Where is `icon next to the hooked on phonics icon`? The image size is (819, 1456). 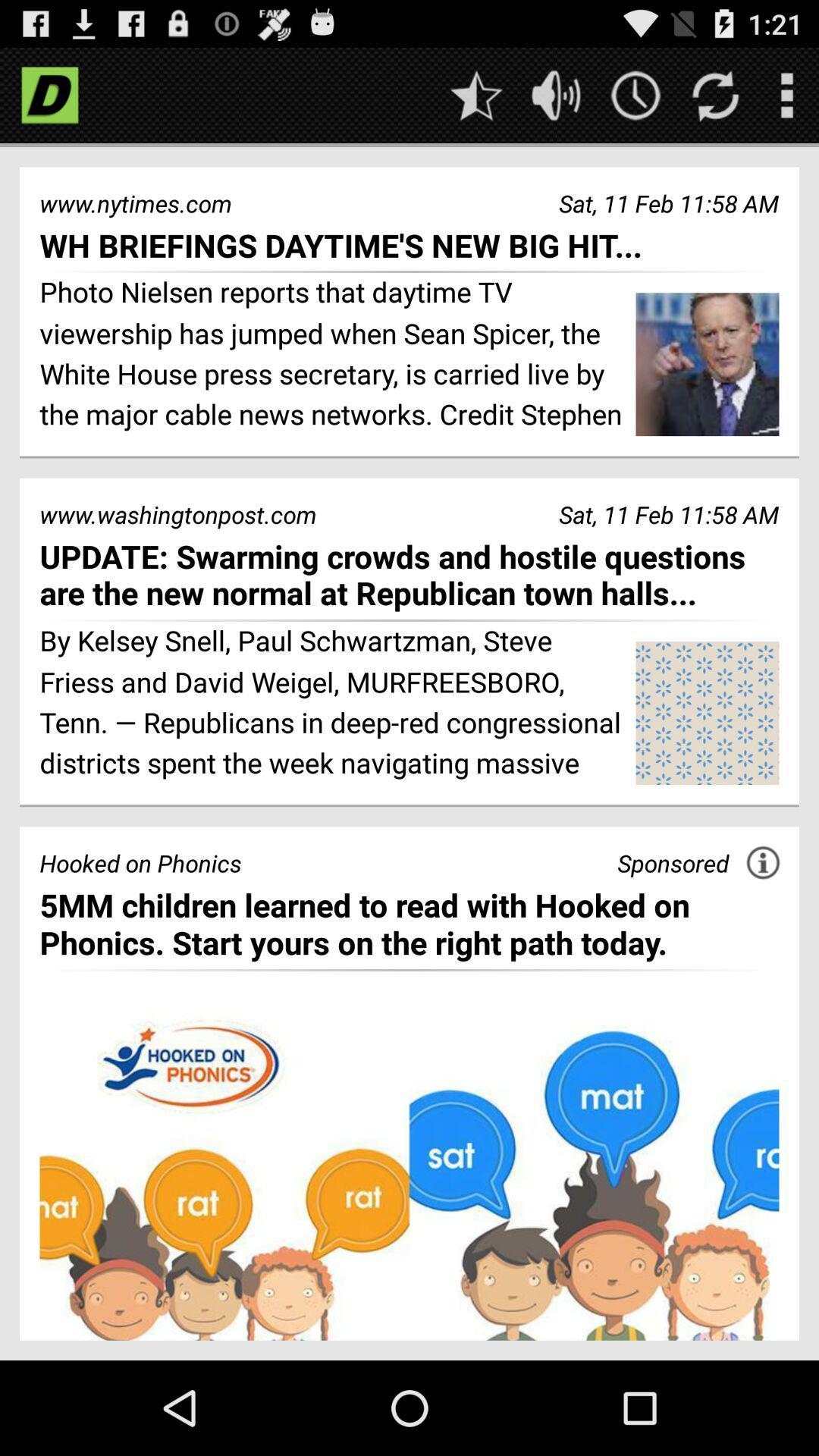
icon next to the hooked on phonics icon is located at coordinates (672, 863).